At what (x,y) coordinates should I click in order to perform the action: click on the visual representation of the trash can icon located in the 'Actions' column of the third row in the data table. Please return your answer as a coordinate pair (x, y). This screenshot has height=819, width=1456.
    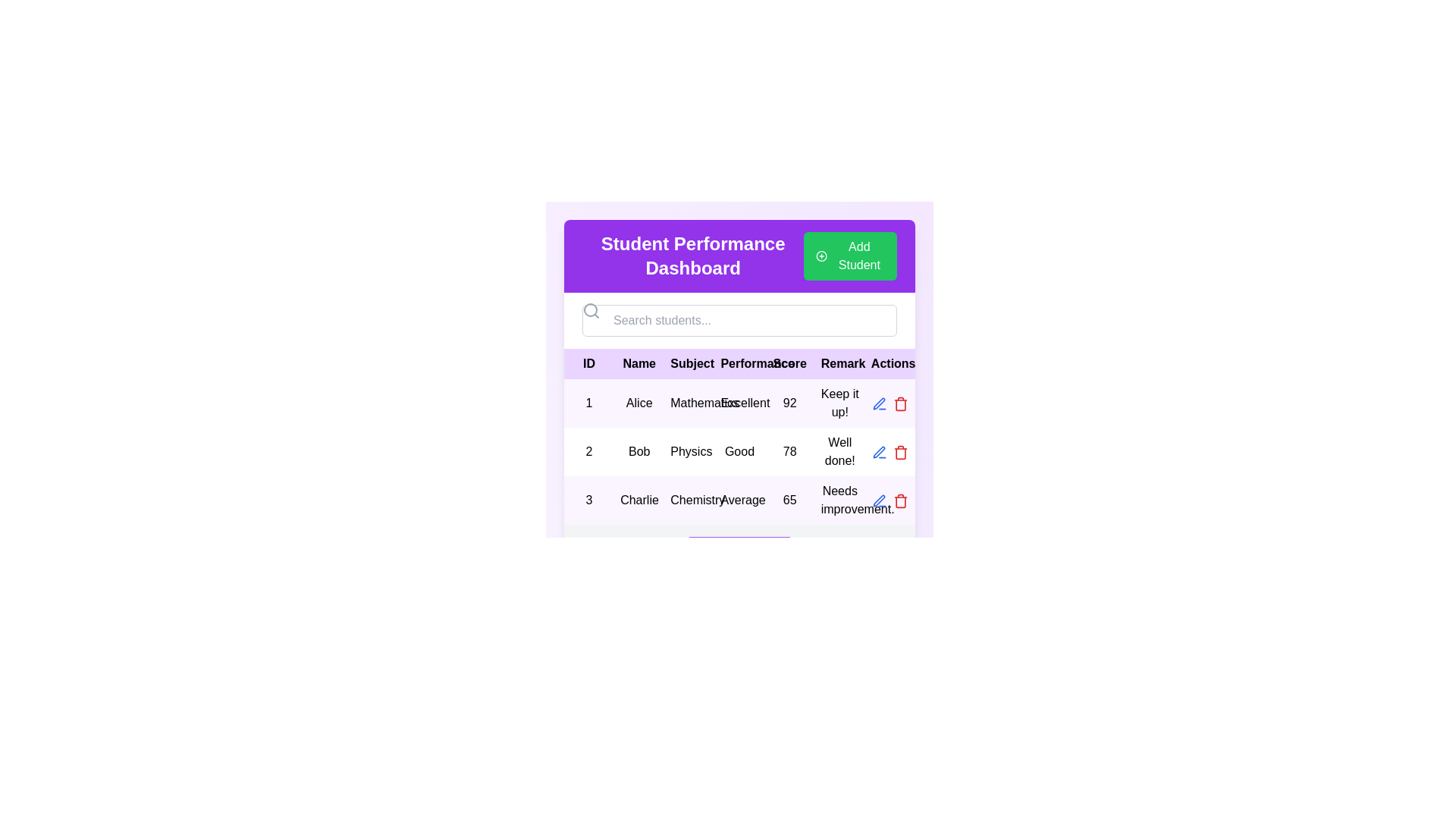
    Looking at the image, I should click on (900, 404).